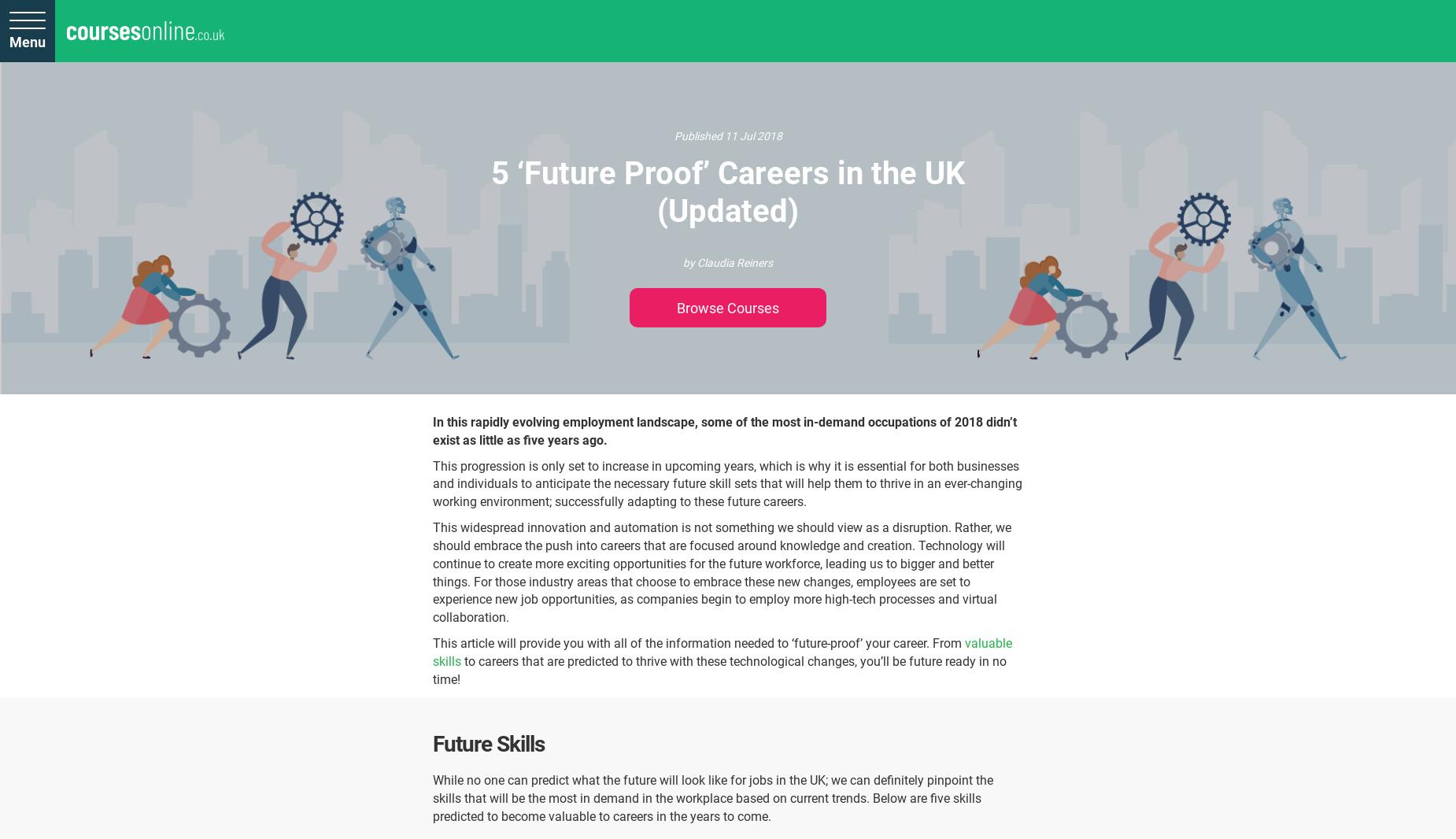 The width and height of the screenshot is (1456, 839). Describe the element at coordinates (727, 482) in the screenshot. I see `'This progression is only set to increase in upcoming years, which is why it is essential for both businesses and individuals to anticipate the necessary future skill sets that will help them to thrive in an ever-changing working environment; successfully adapting to these future careers.'` at that location.